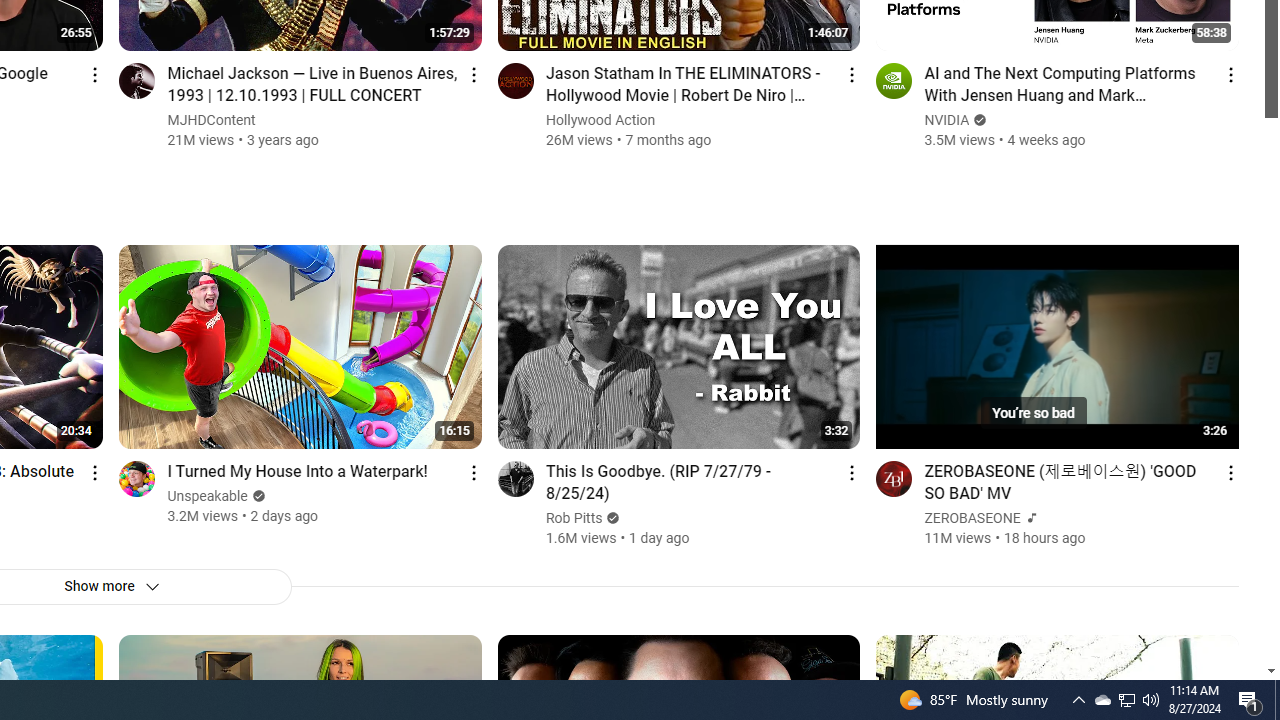  Describe the element at coordinates (973, 517) in the screenshot. I see `'ZEROBASEONE'` at that location.